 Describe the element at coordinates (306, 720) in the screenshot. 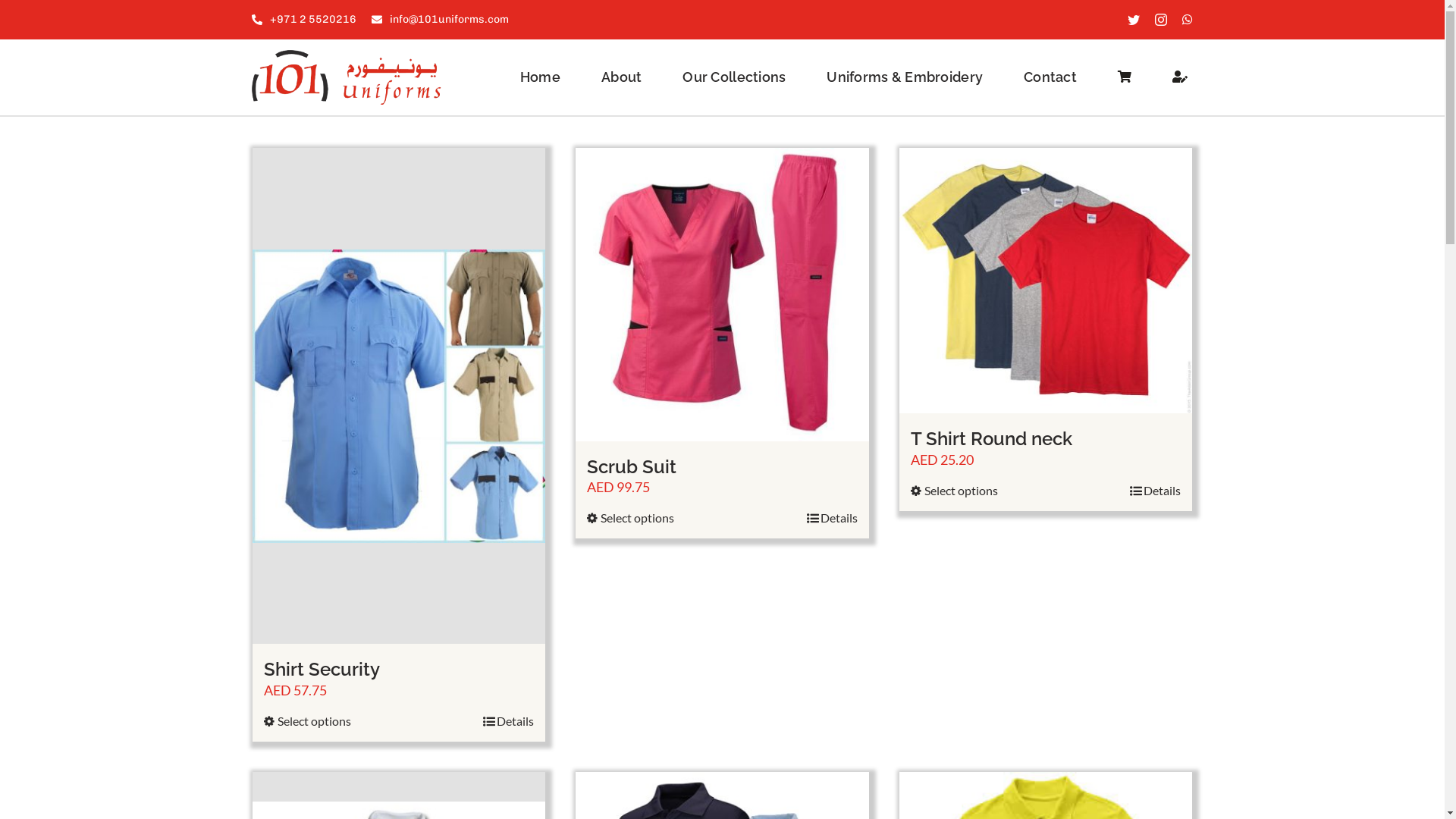

I see `'Select options'` at that location.